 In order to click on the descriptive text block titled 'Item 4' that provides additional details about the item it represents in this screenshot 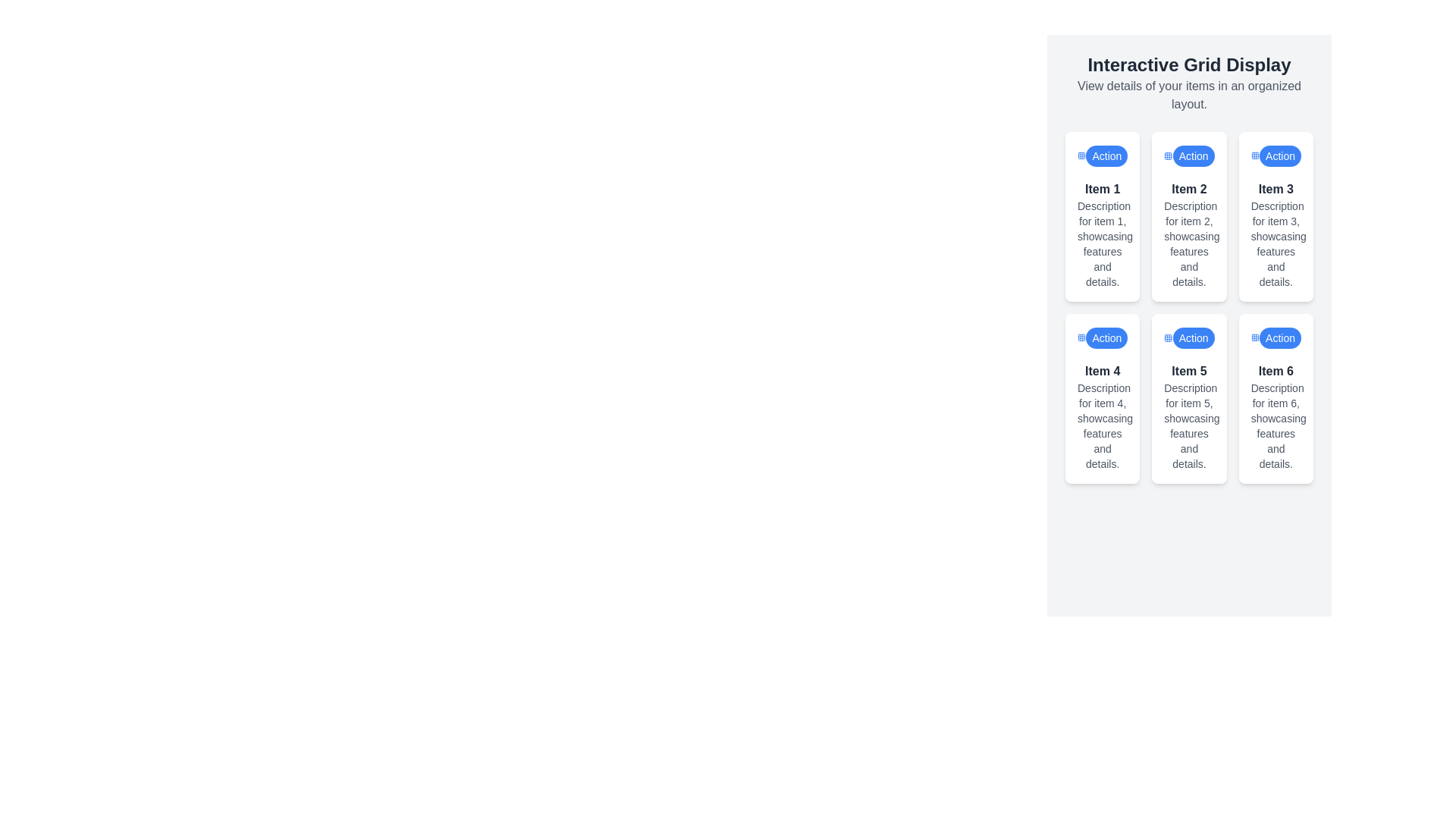, I will do `click(1103, 417)`.